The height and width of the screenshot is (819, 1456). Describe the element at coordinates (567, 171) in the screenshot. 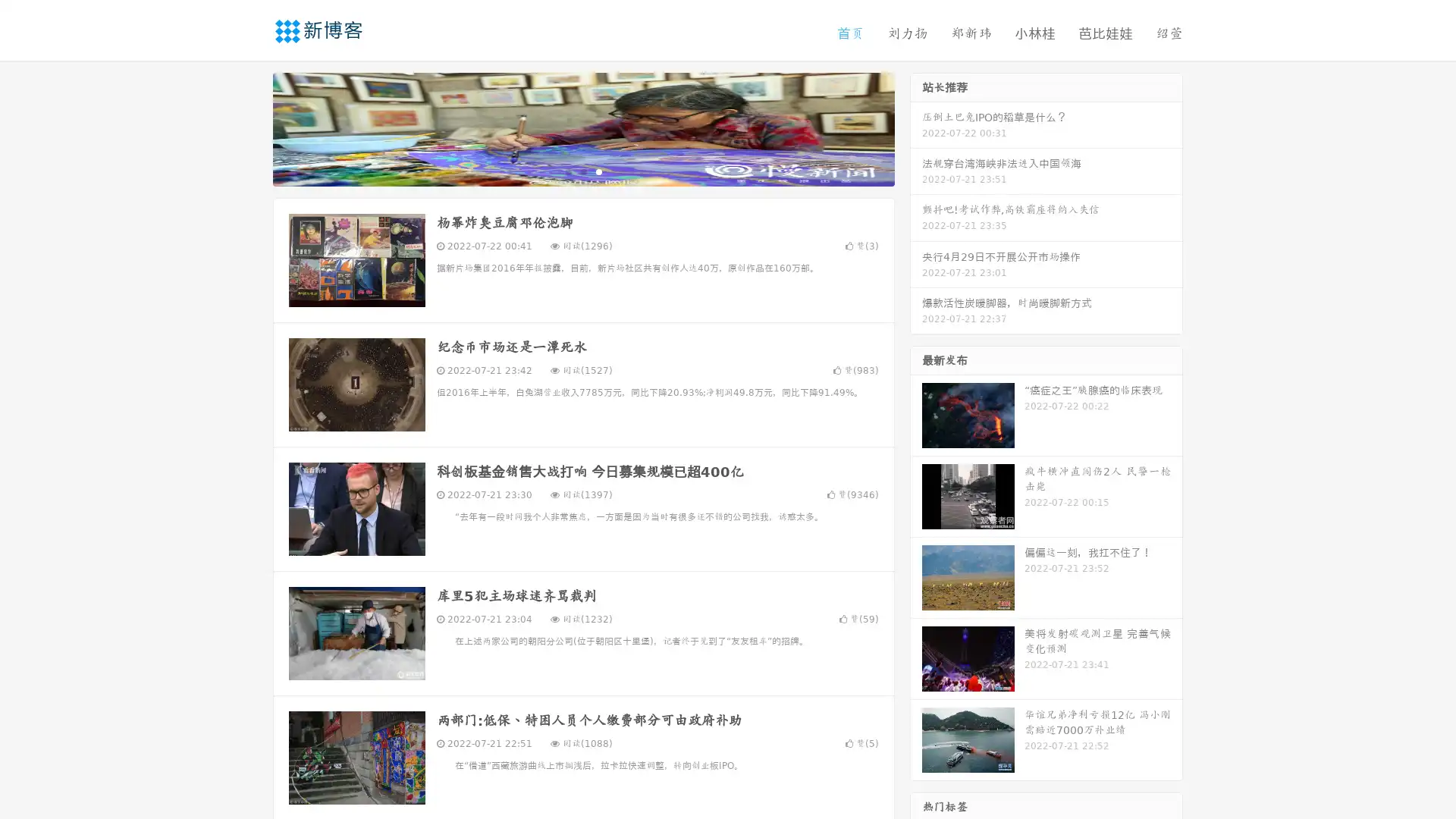

I see `Go to slide 1` at that location.